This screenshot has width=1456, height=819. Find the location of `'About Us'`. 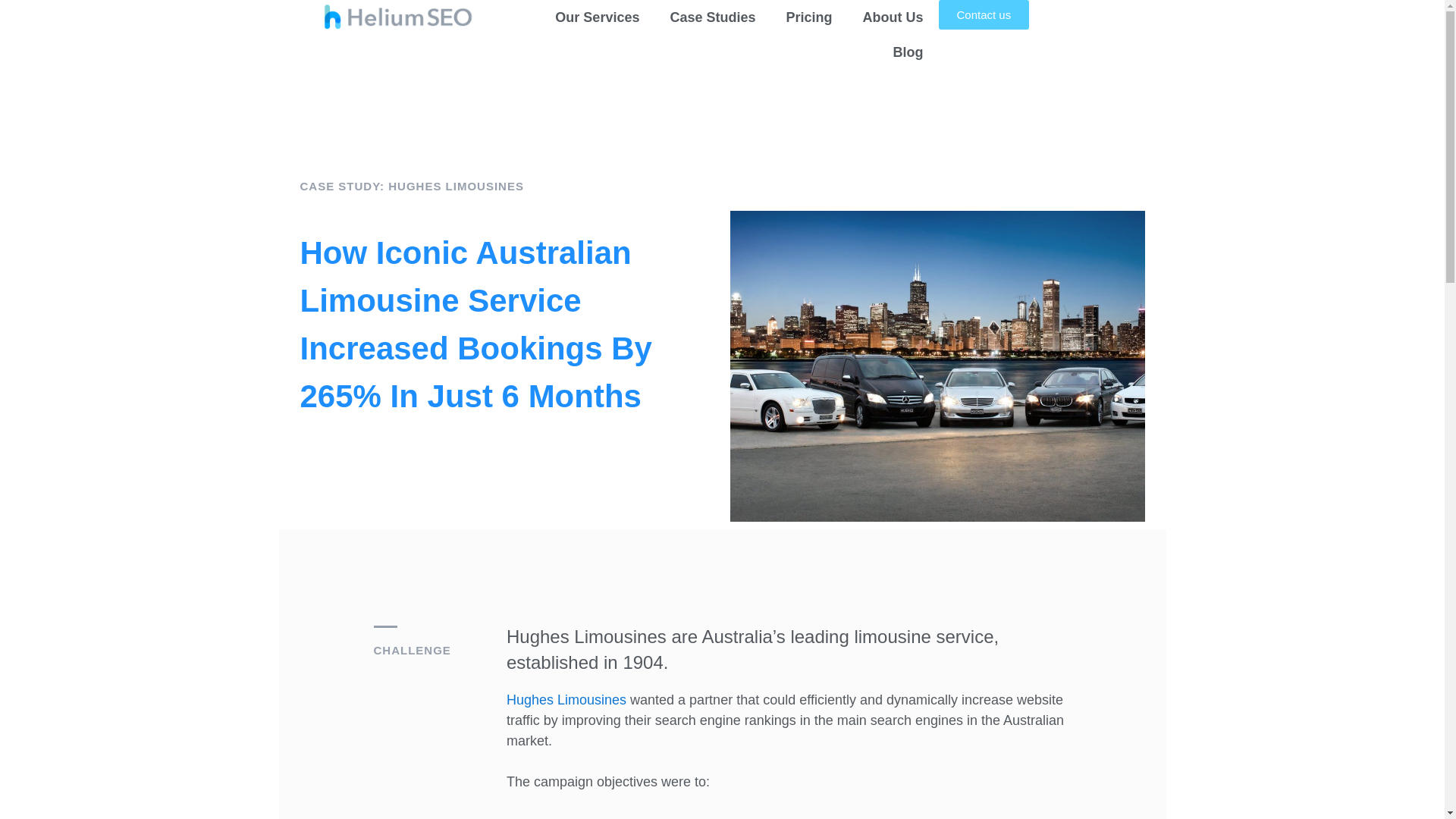

'About Us' is located at coordinates (893, 17).